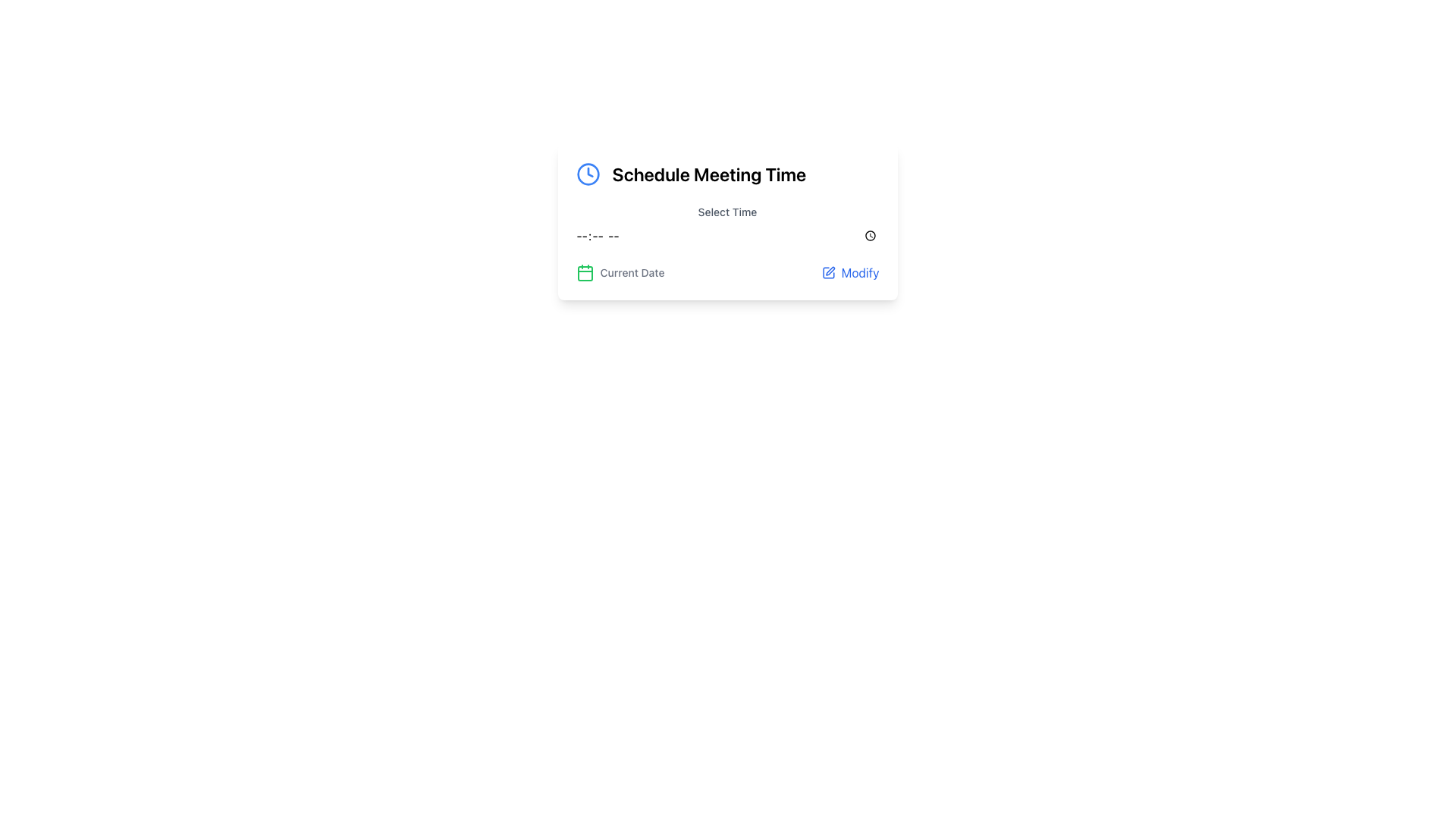  I want to click on the small square icon with a pen in its center, which is adjacent to the 'Modify' text in the button labeled 'Modify' within the card titled 'Schedule Meeting Time', so click(827, 271).